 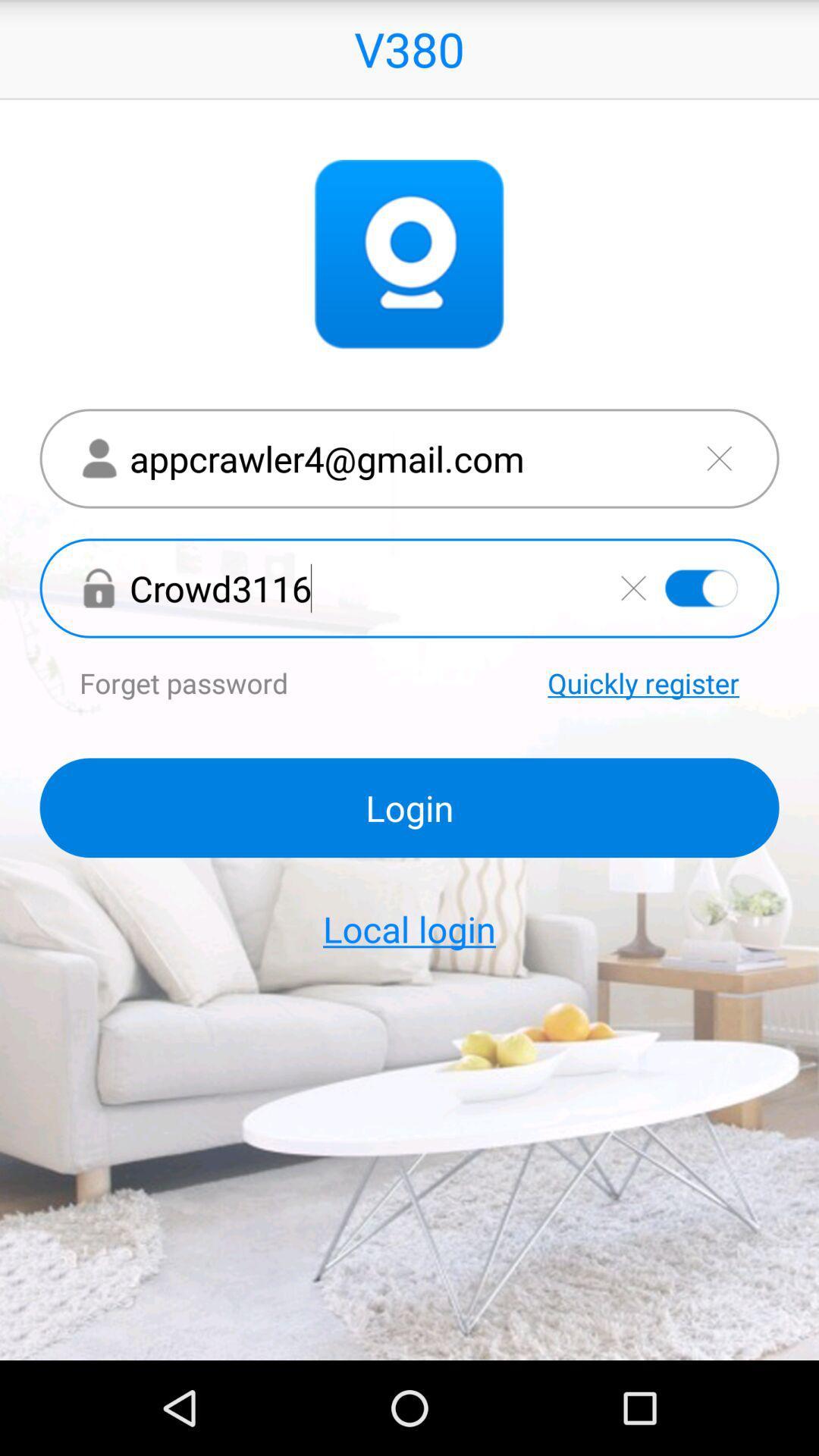 What do you see at coordinates (633, 629) in the screenshot?
I see `the close icon` at bounding box center [633, 629].